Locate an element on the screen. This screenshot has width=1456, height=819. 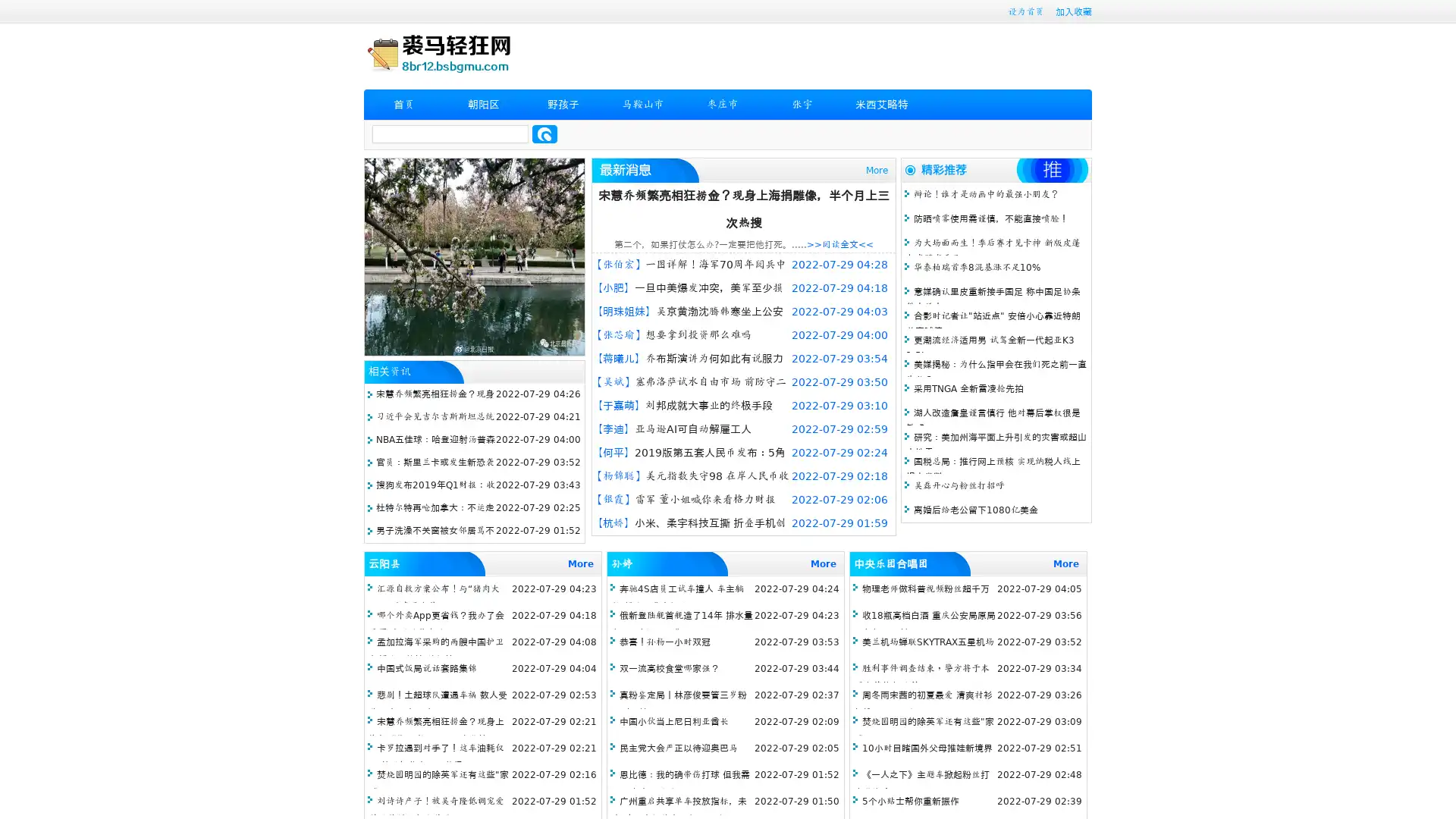
Search is located at coordinates (544, 133).